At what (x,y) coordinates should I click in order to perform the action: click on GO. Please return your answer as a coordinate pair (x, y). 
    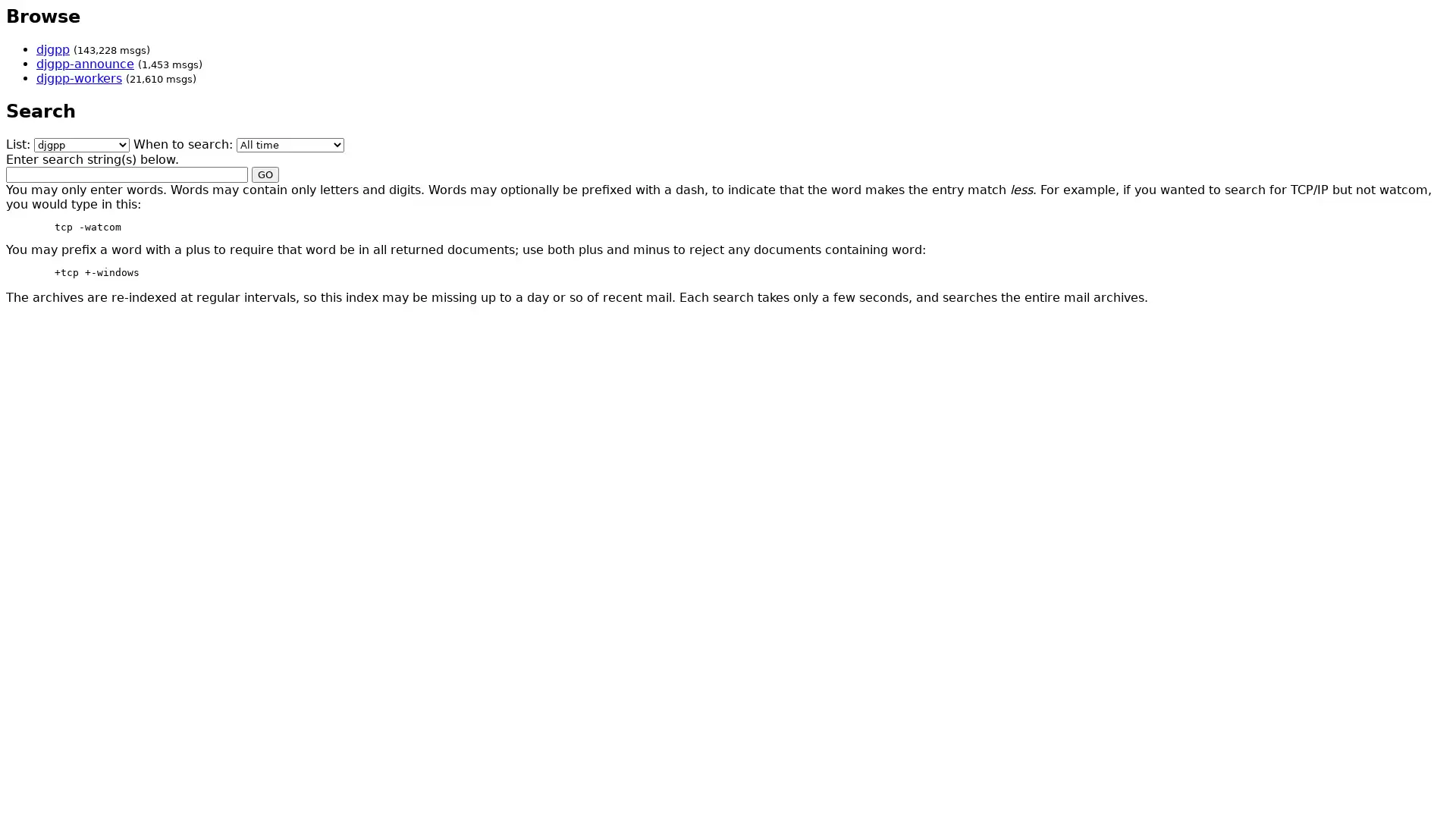
    Looking at the image, I should click on (265, 173).